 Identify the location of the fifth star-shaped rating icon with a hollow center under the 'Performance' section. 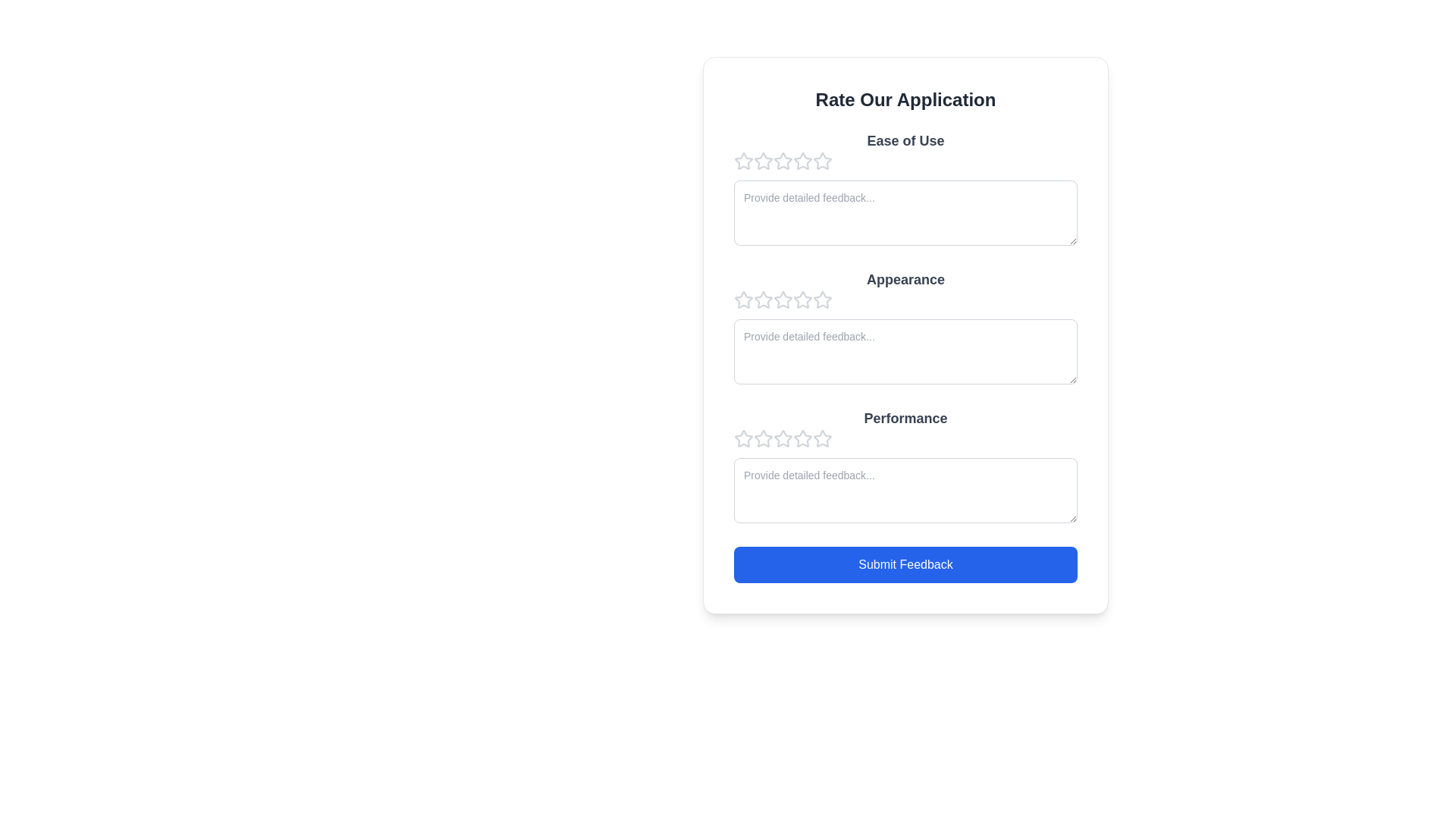
(802, 438).